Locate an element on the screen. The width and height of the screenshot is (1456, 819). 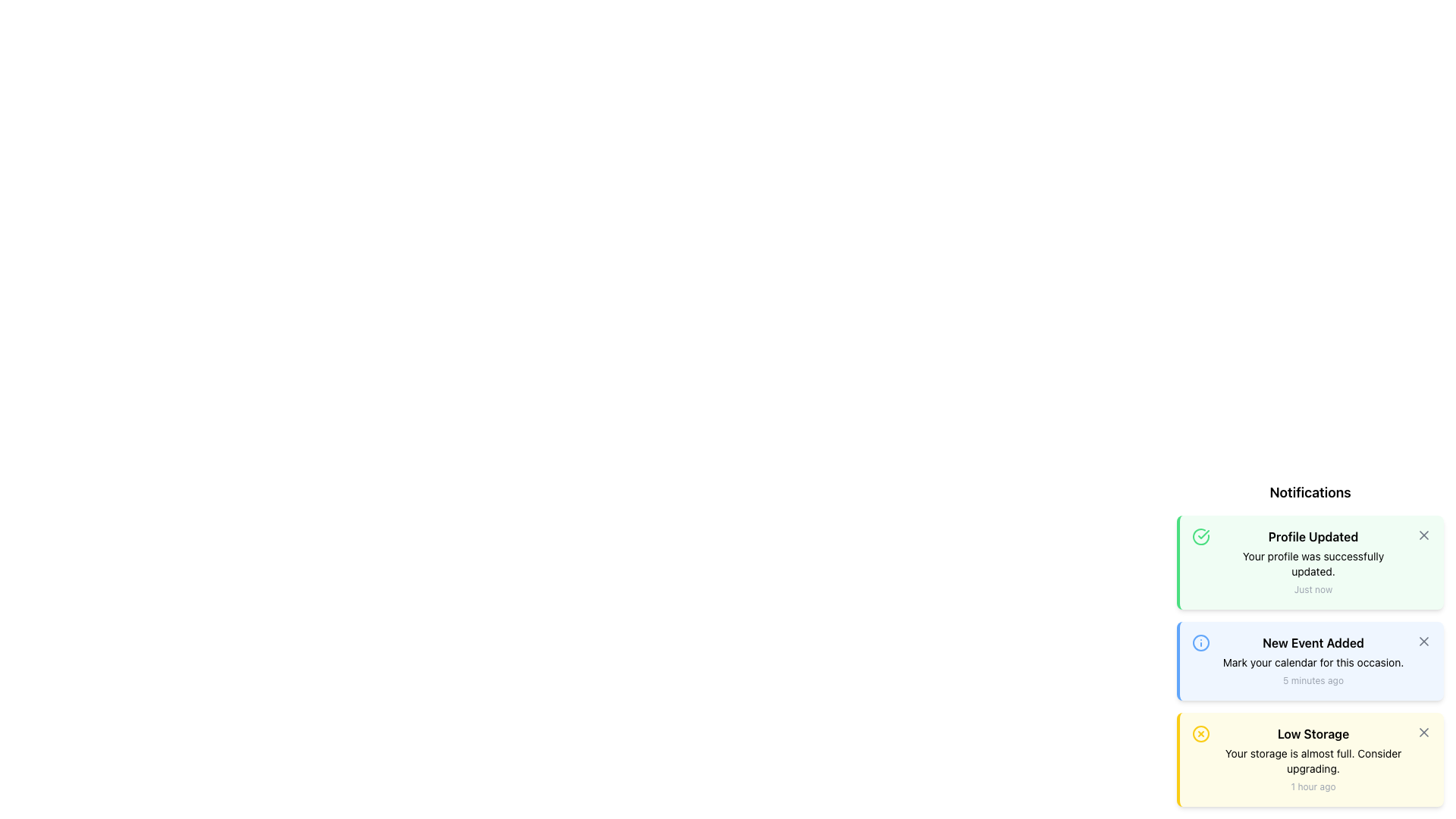
the dismiss button located at the top-right corner of the 'Profile Updated' notification box to observe a style change is located at coordinates (1423, 534).